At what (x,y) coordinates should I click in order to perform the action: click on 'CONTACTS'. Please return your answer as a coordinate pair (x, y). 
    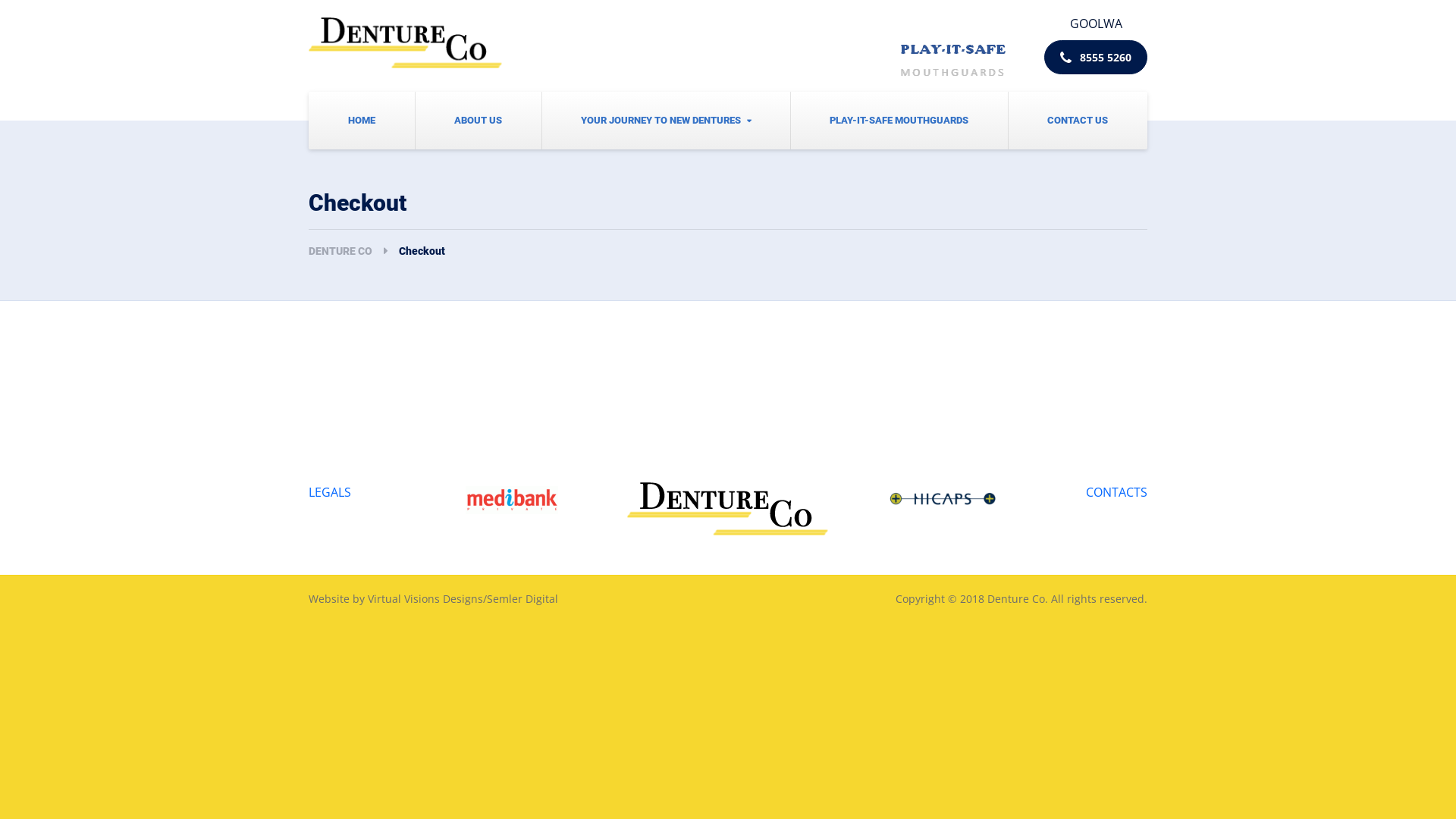
    Looking at the image, I should click on (1116, 491).